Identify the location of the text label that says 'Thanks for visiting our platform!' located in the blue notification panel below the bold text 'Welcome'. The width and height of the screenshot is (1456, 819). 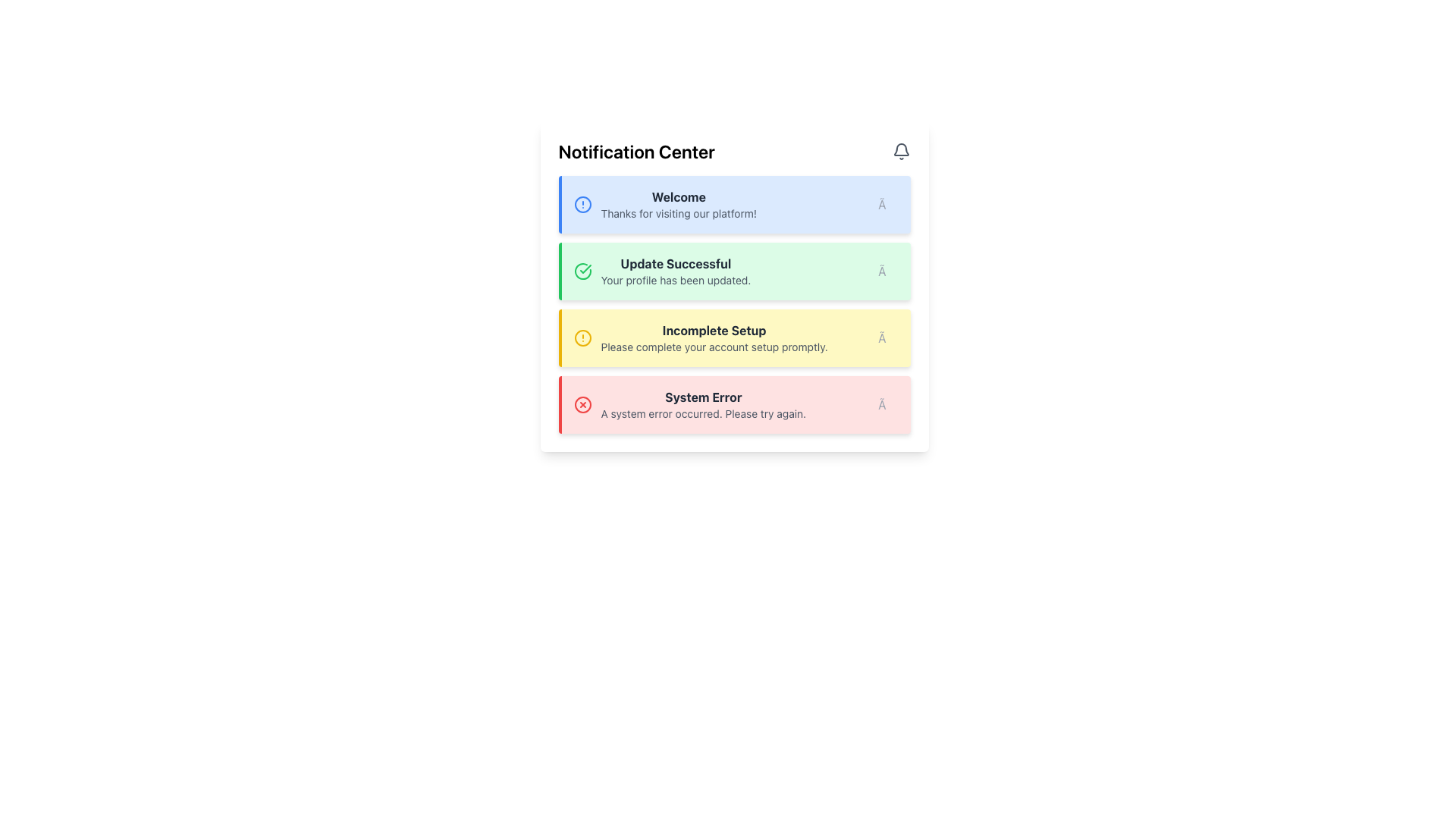
(678, 213).